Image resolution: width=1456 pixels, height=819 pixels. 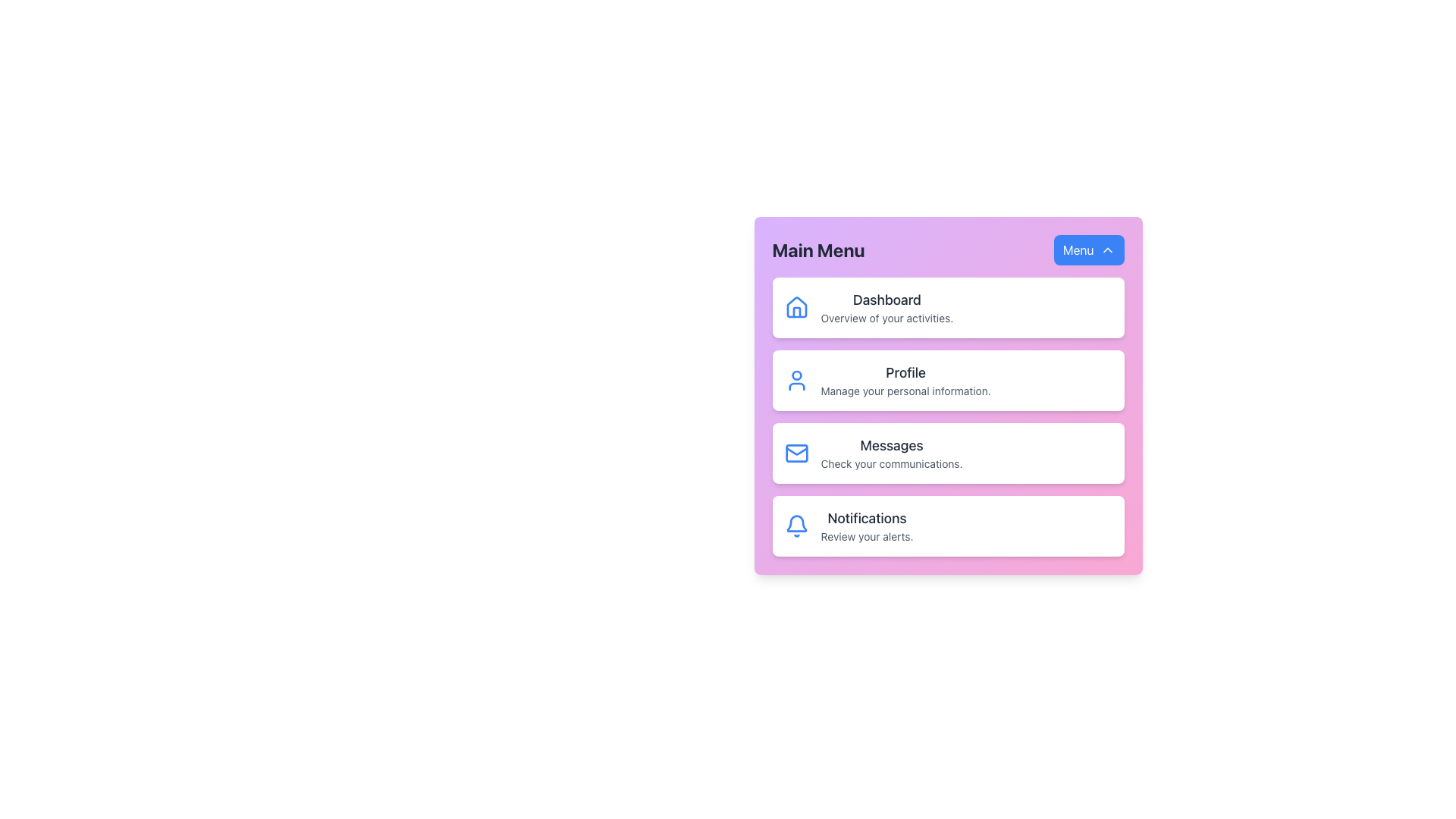 What do you see at coordinates (886, 307) in the screenshot?
I see `the 'Dashboard' text block in the main menu, which contains the title 'Dashboard' and subtitle 'Overview of your activities'` at bounding box center [886, 307].